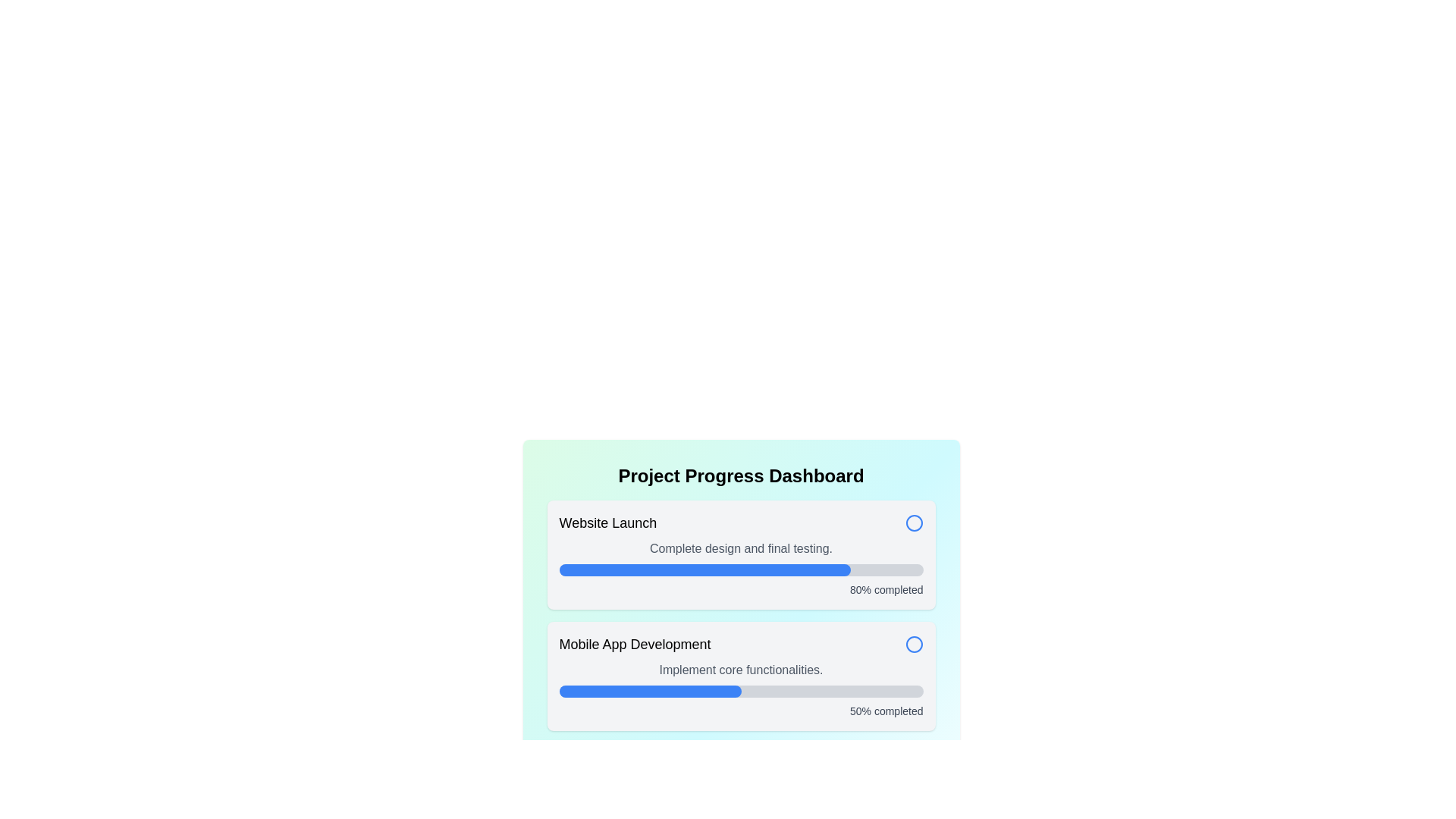  I want to click on descriptive text label that provides additional details or instructions related to 'Mobile App Development', located below the title and above the progress bar, so click(741, 669).